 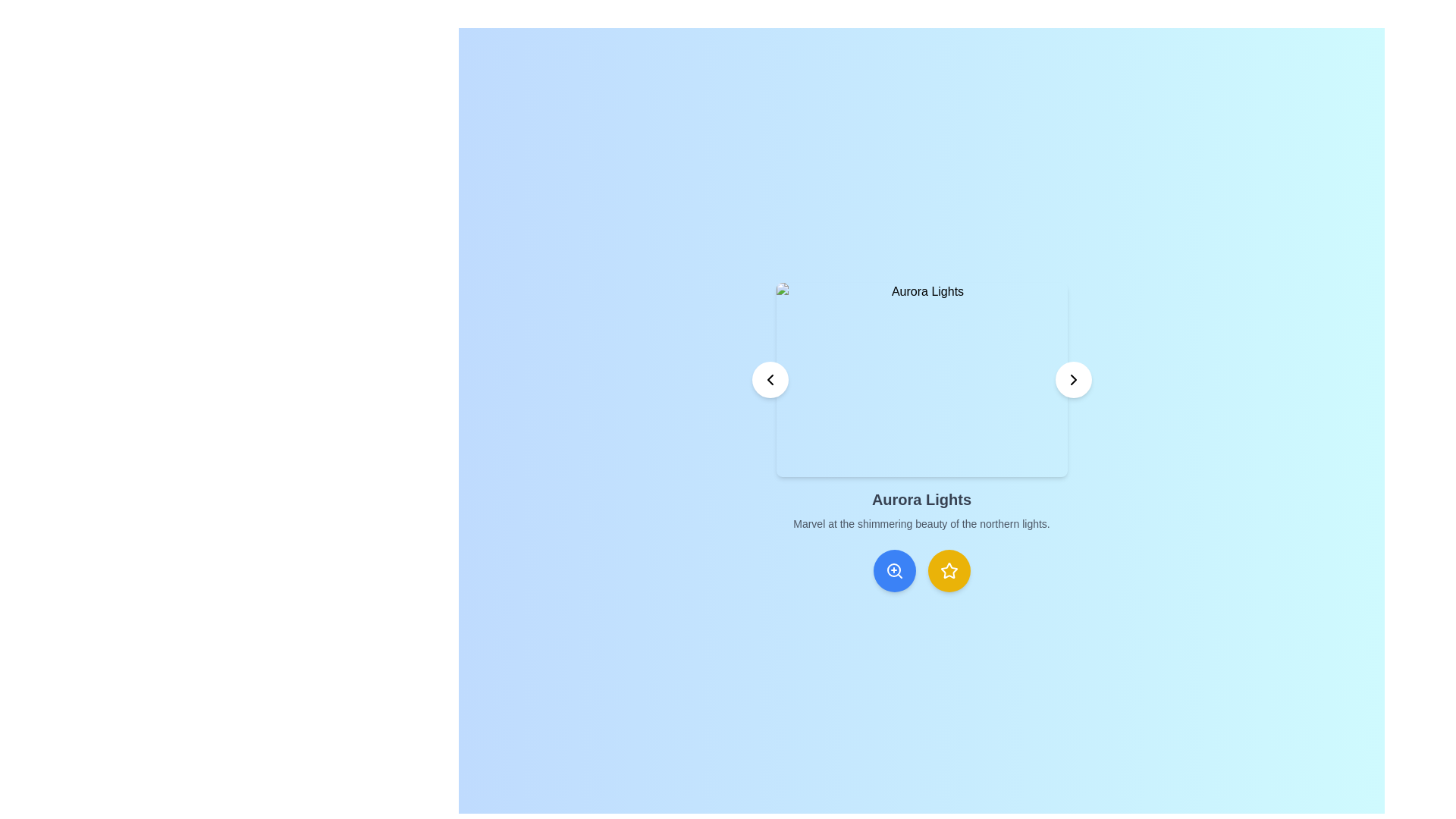 What do you see at coordinates (921, 500) in the screenshot?
I see `the 'Aurora Lights' heading text, which is displayed in bold, larger font and dark gray color, positioned above the subtext within a light blue background` at bounding box center [921, 500].